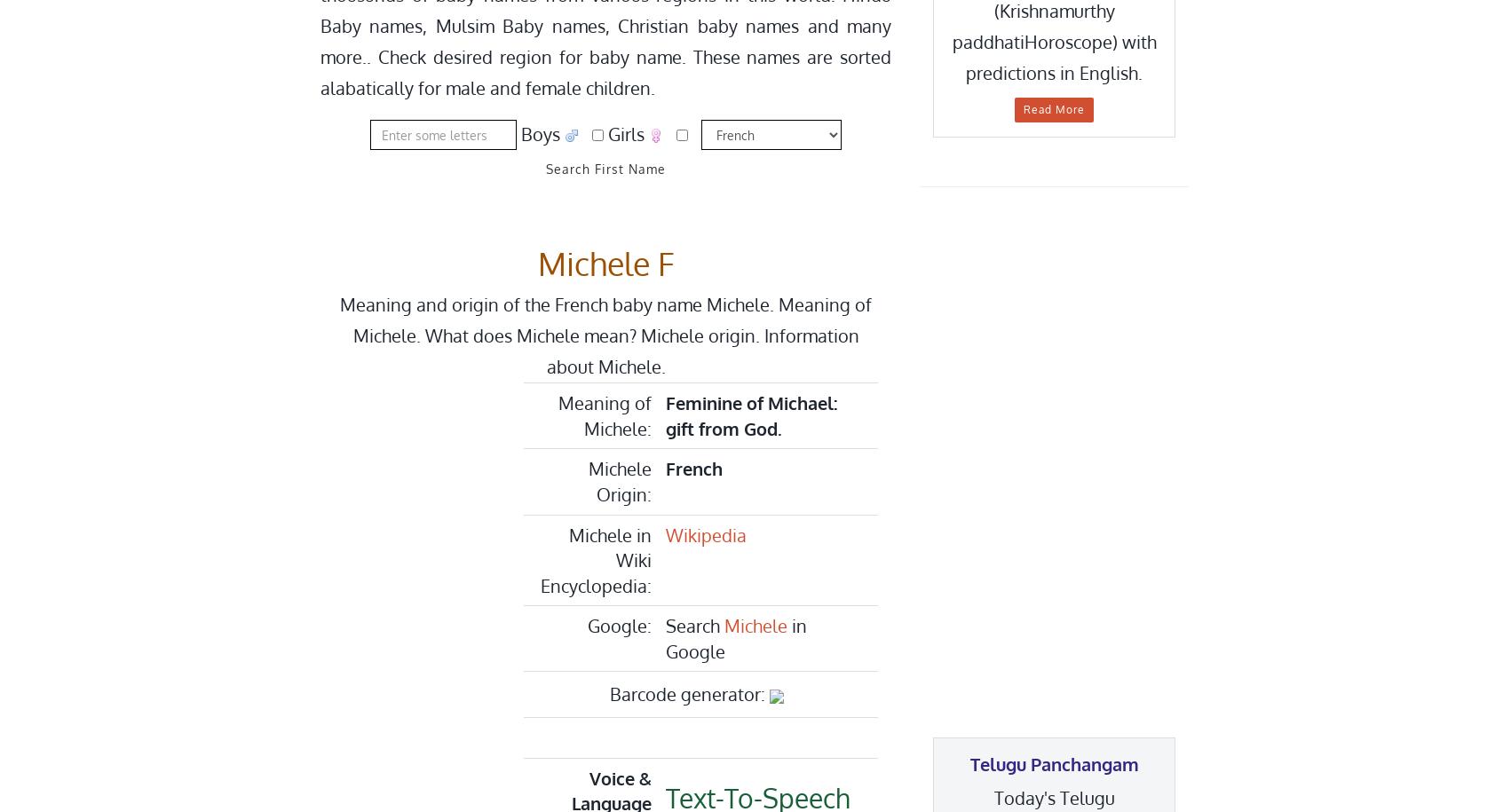  I want to click on 'in Google', so click(735, 638).